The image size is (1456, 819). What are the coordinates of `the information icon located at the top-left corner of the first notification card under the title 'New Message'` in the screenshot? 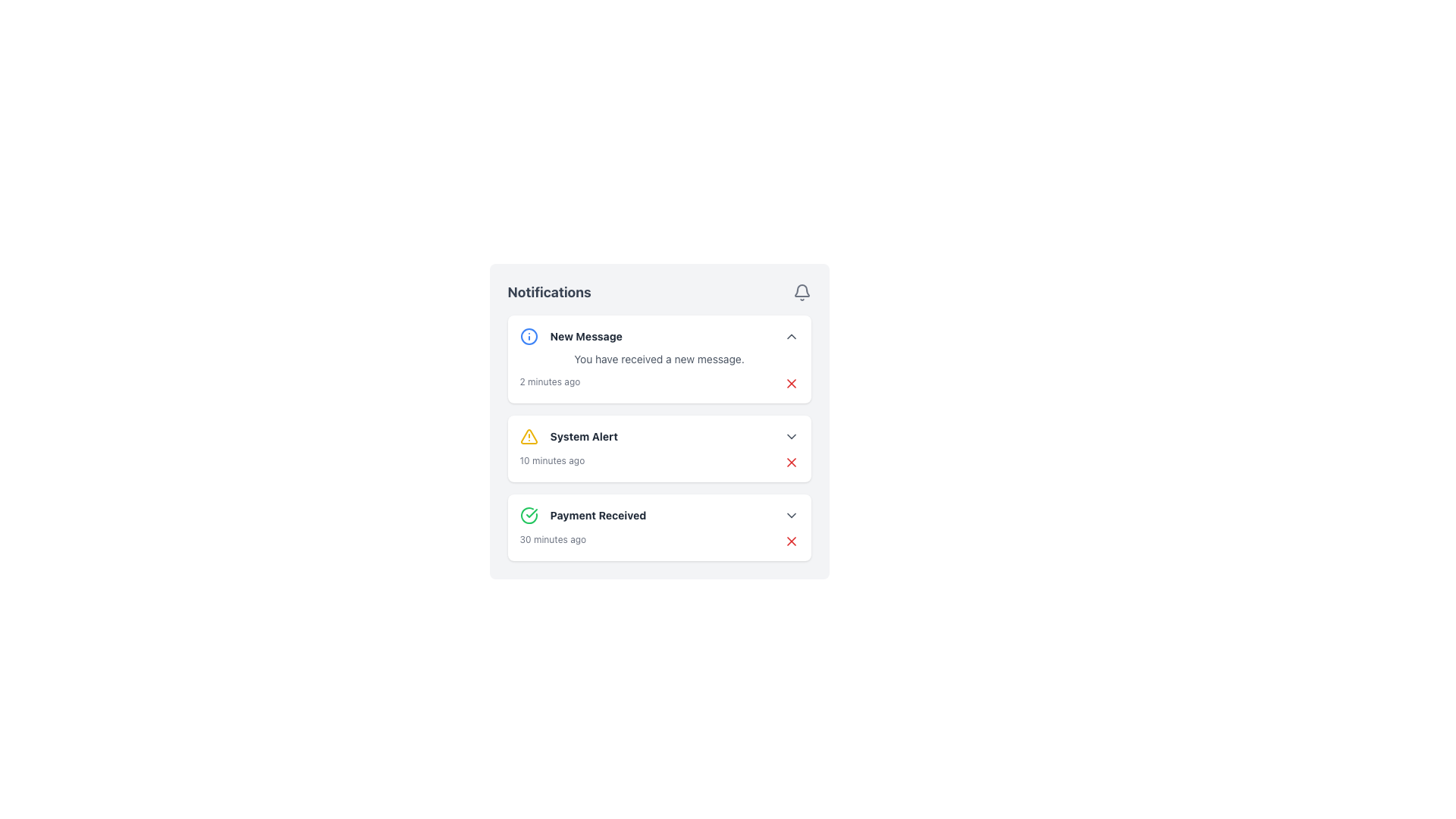 It's located at (529, 335).